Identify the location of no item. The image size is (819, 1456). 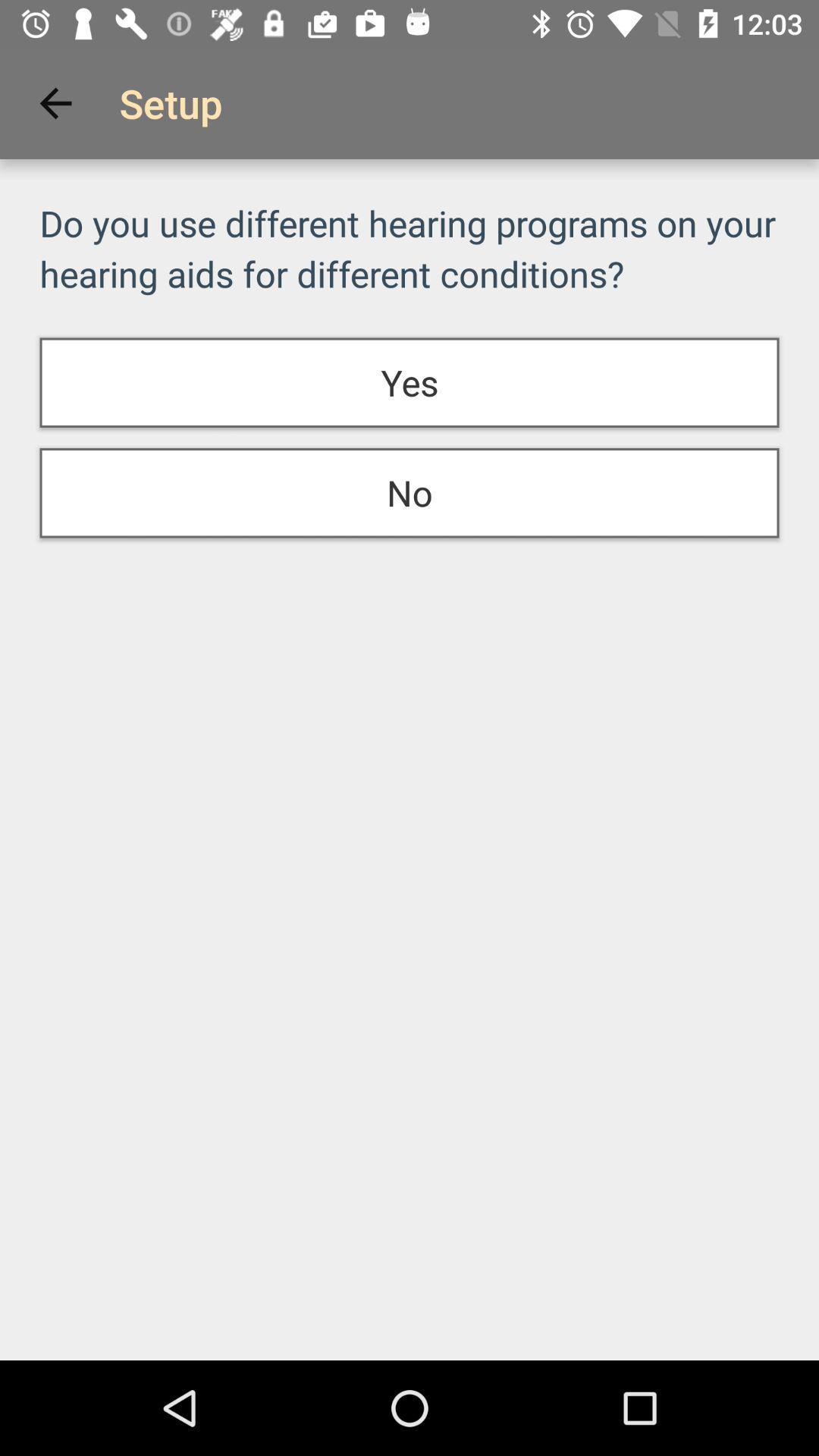
(409, 493).